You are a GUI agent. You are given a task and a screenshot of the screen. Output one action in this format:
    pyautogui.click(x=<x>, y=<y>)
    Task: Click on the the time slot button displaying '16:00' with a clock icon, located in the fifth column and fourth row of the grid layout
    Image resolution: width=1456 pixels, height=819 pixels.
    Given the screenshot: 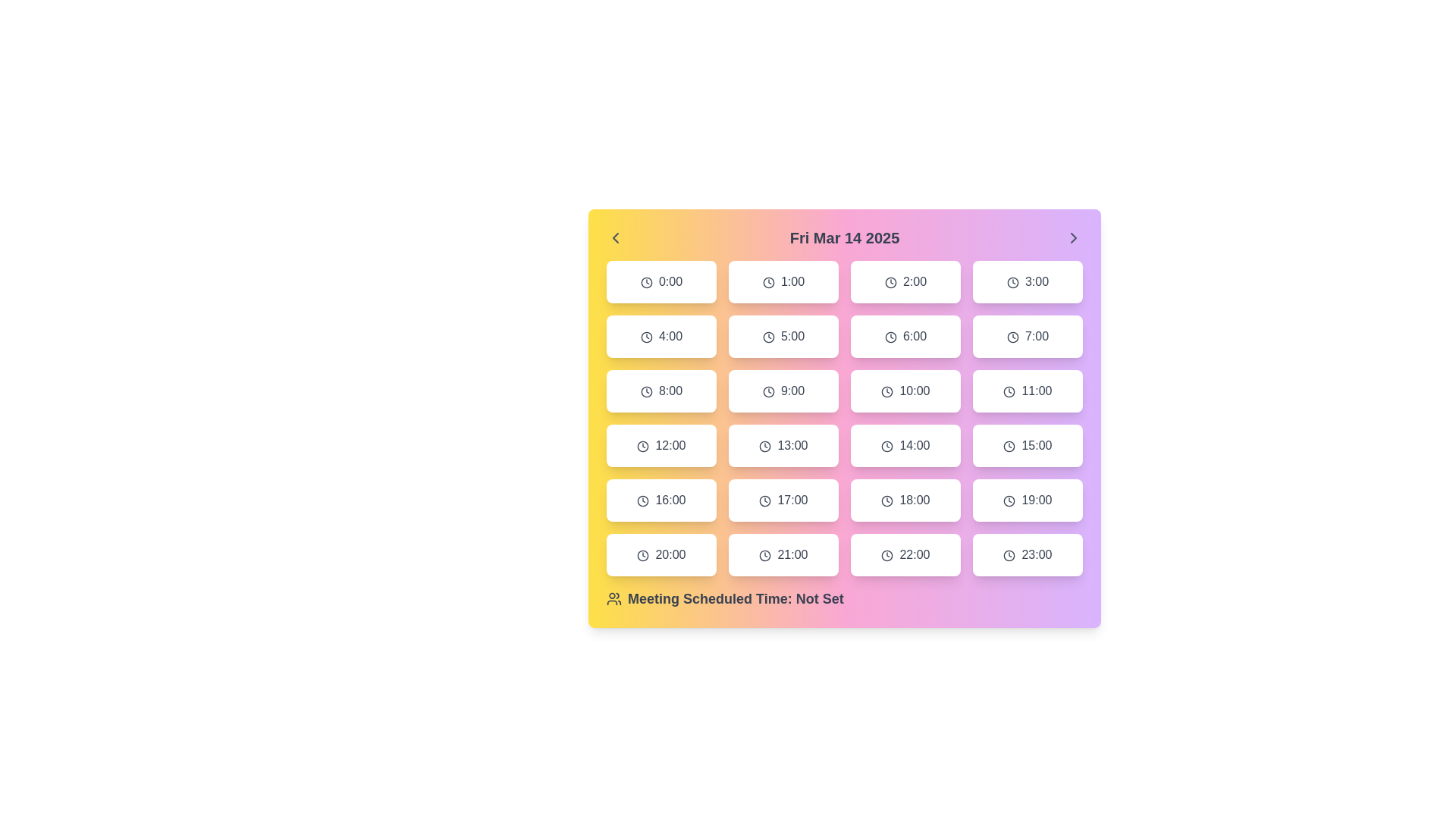 What is the action you would take?
    pyautogui.click(x=661, y=500)
    